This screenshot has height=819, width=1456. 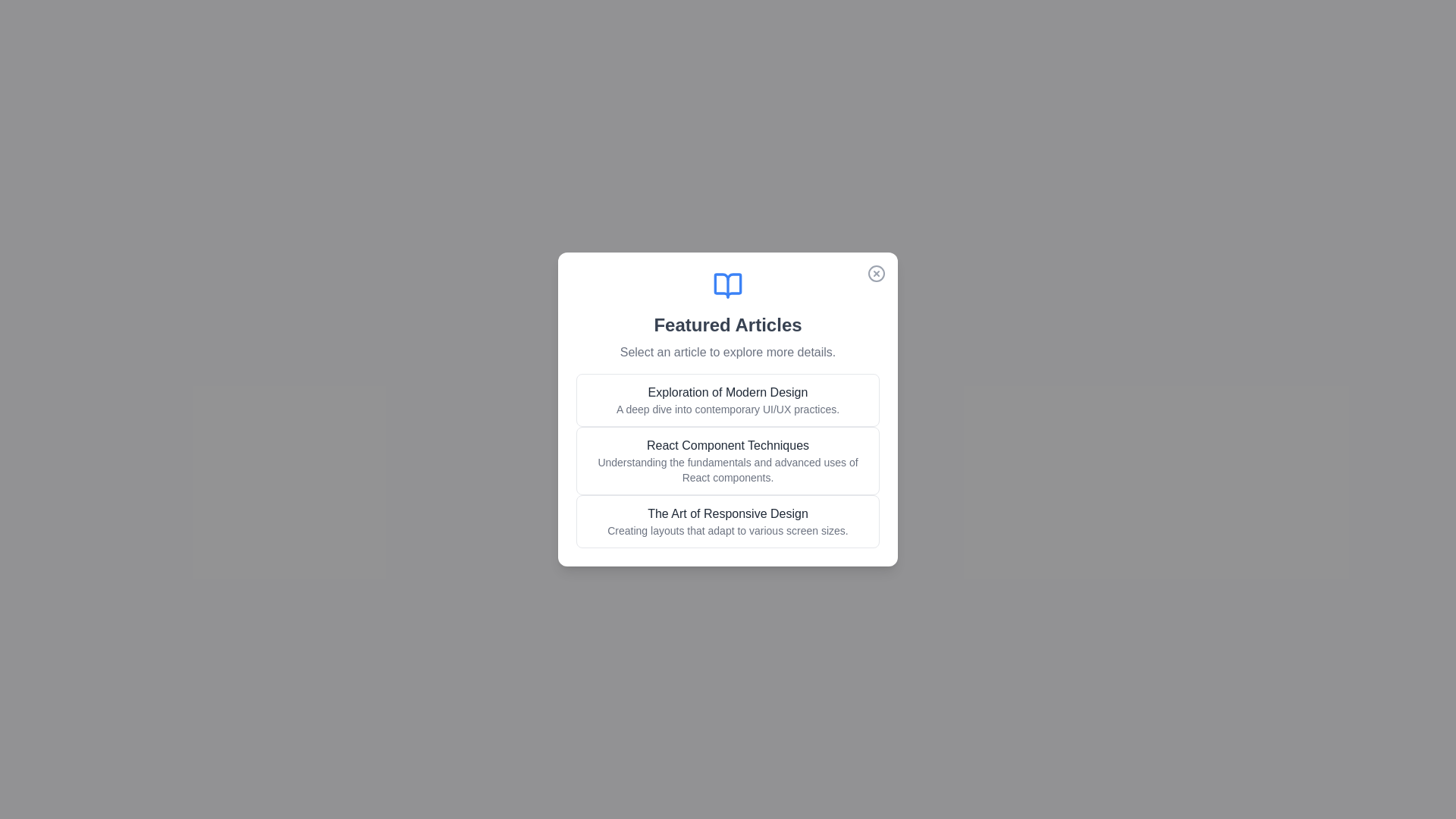 I want to click on the article titled React Component Techniques from the list, so click(x=728, y=460).